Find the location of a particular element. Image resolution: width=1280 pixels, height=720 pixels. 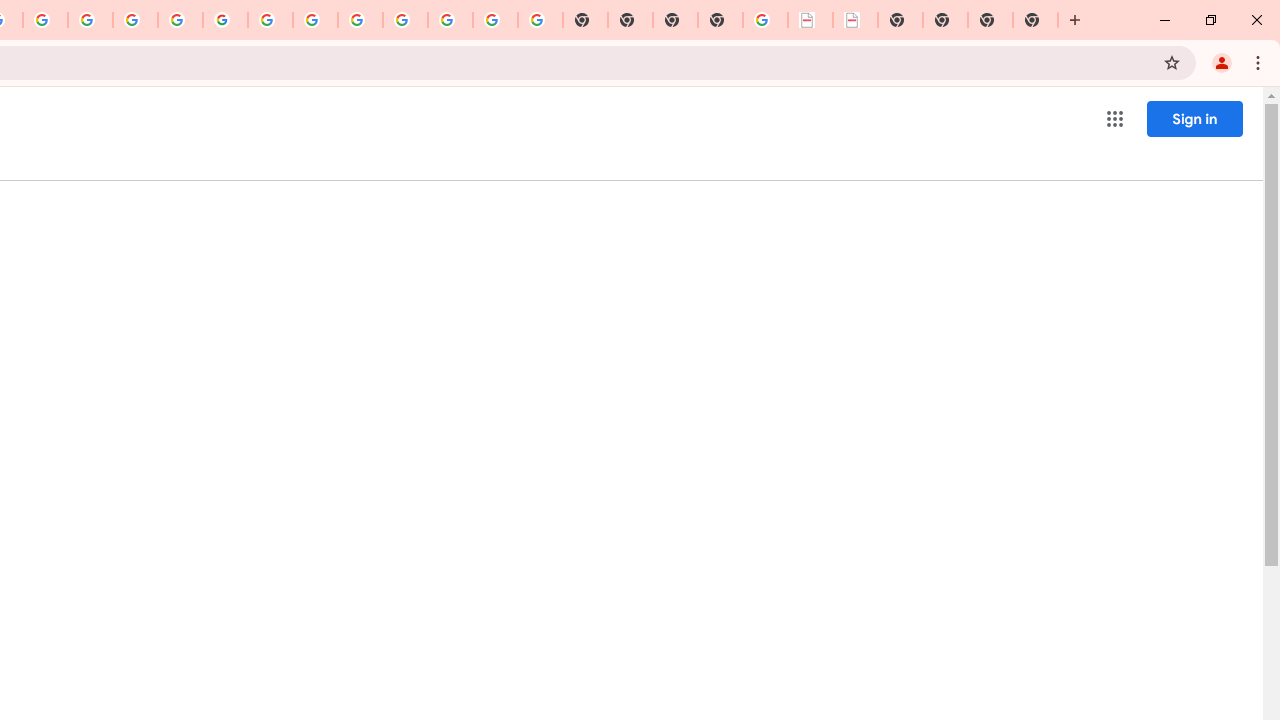

'Privacy Help Center - Policies Help' is located at coordinates (134, 20).